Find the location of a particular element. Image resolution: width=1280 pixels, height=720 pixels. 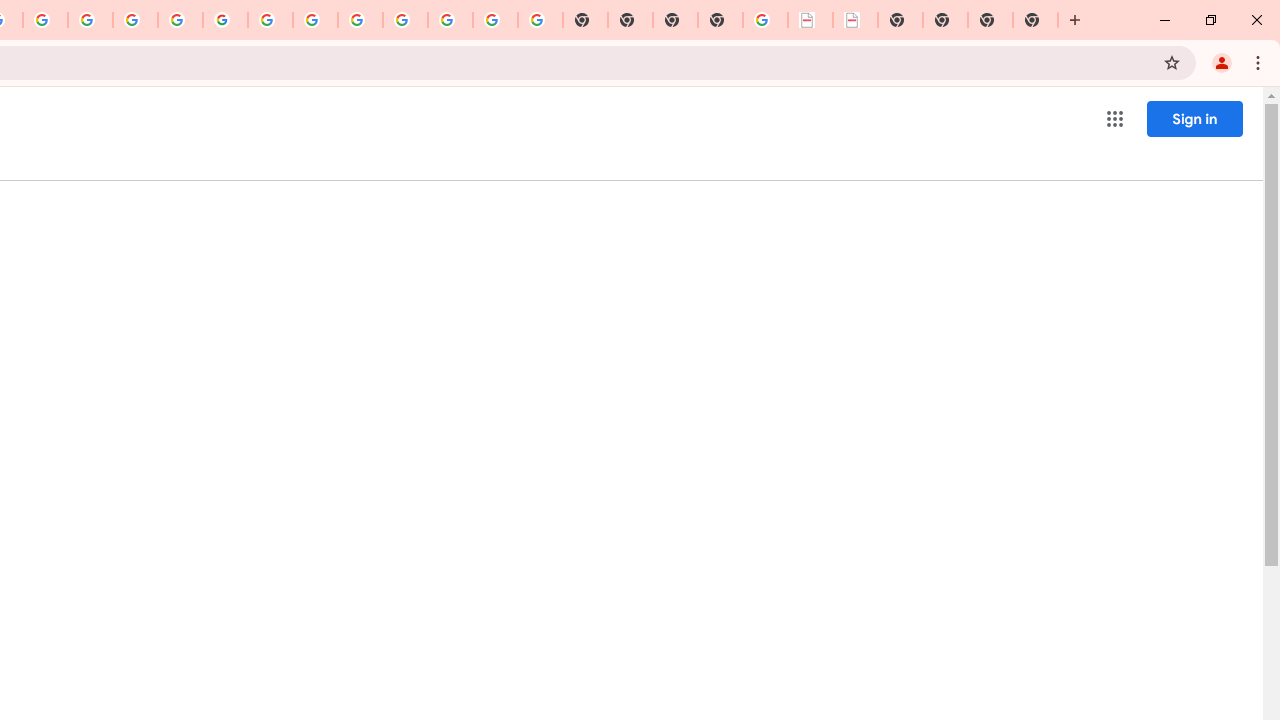

'Privacy Help Center - Policies Help' is located at coordinates (134, 20).